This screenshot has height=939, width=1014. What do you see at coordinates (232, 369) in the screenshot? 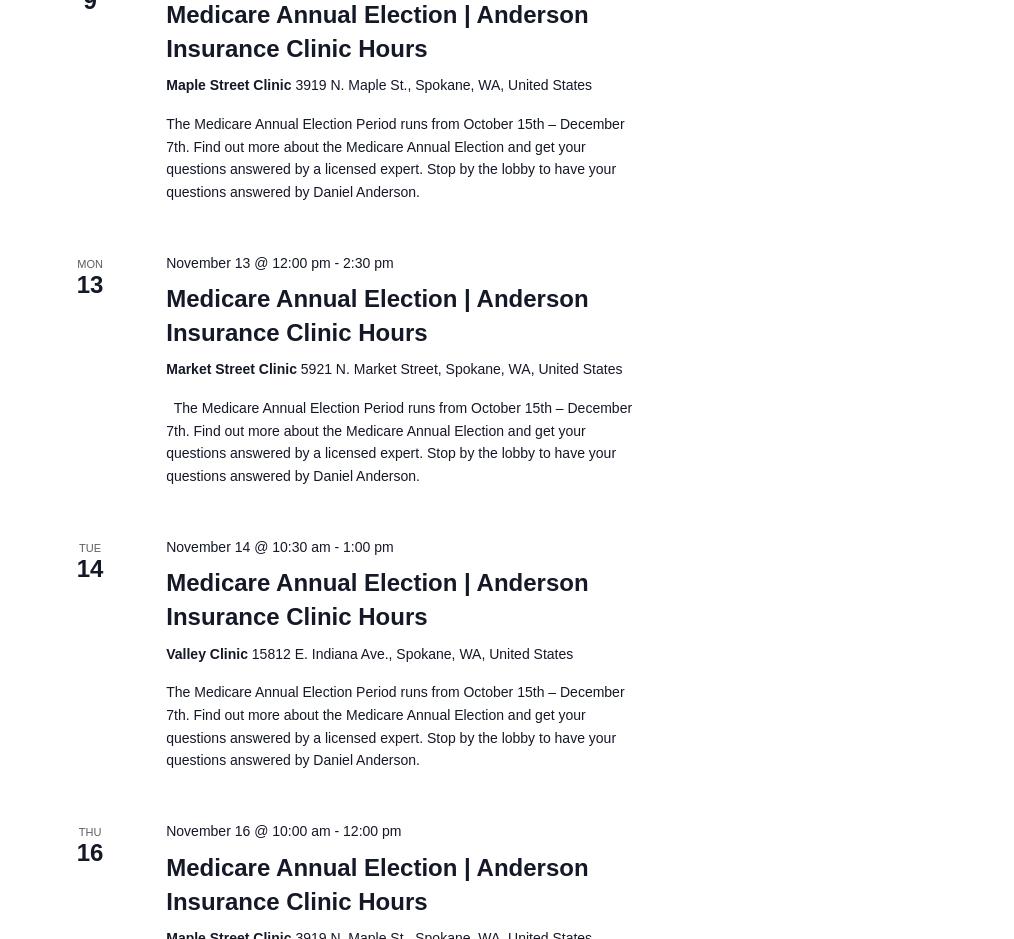
I see `'Market Street Clinic'` at bounding box center [232, 369].